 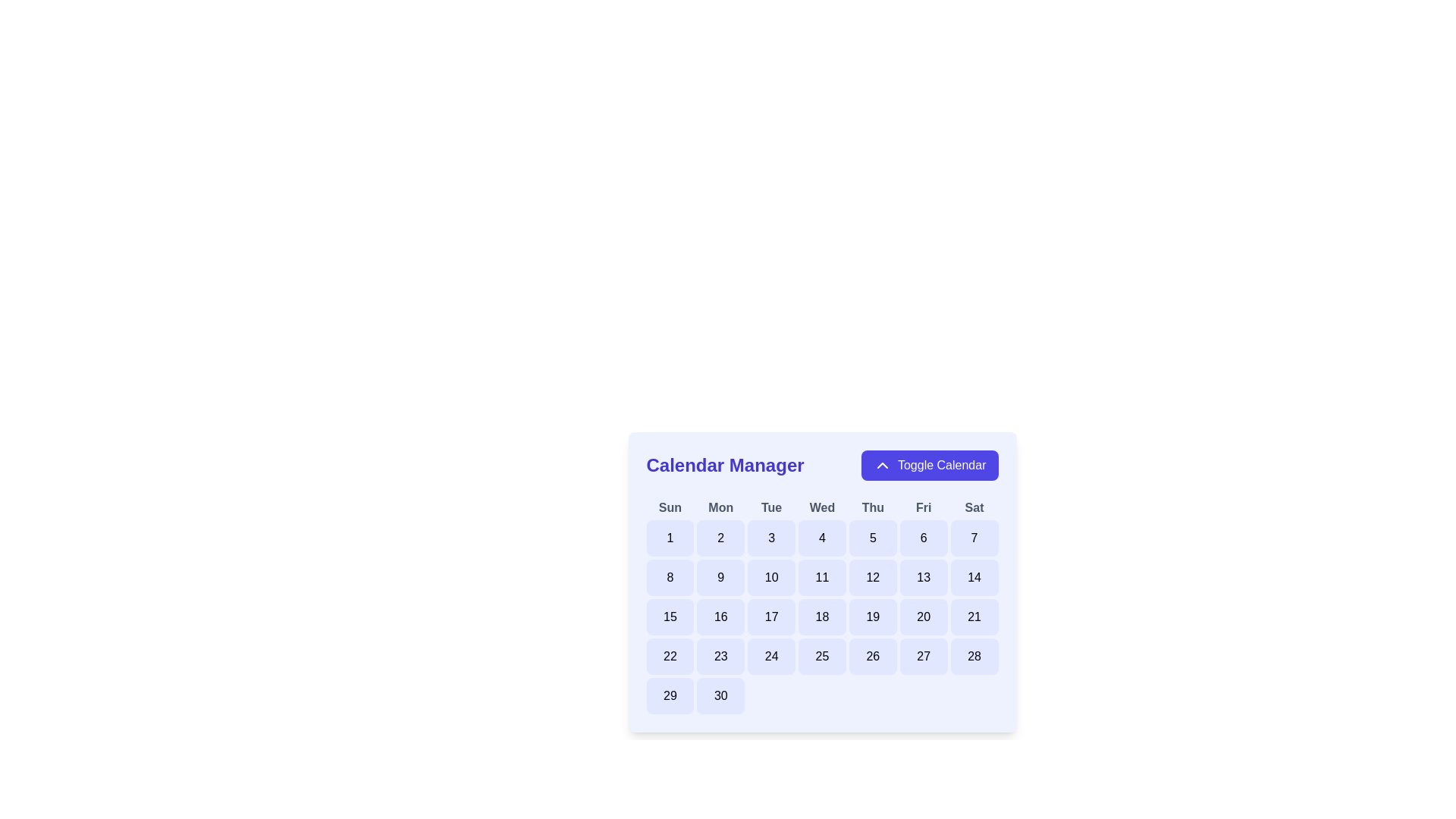 What do you see at coordinates (873, 578) in the screenshot?
I see `the button representing the date '12'` at bounding box center [873, 578].